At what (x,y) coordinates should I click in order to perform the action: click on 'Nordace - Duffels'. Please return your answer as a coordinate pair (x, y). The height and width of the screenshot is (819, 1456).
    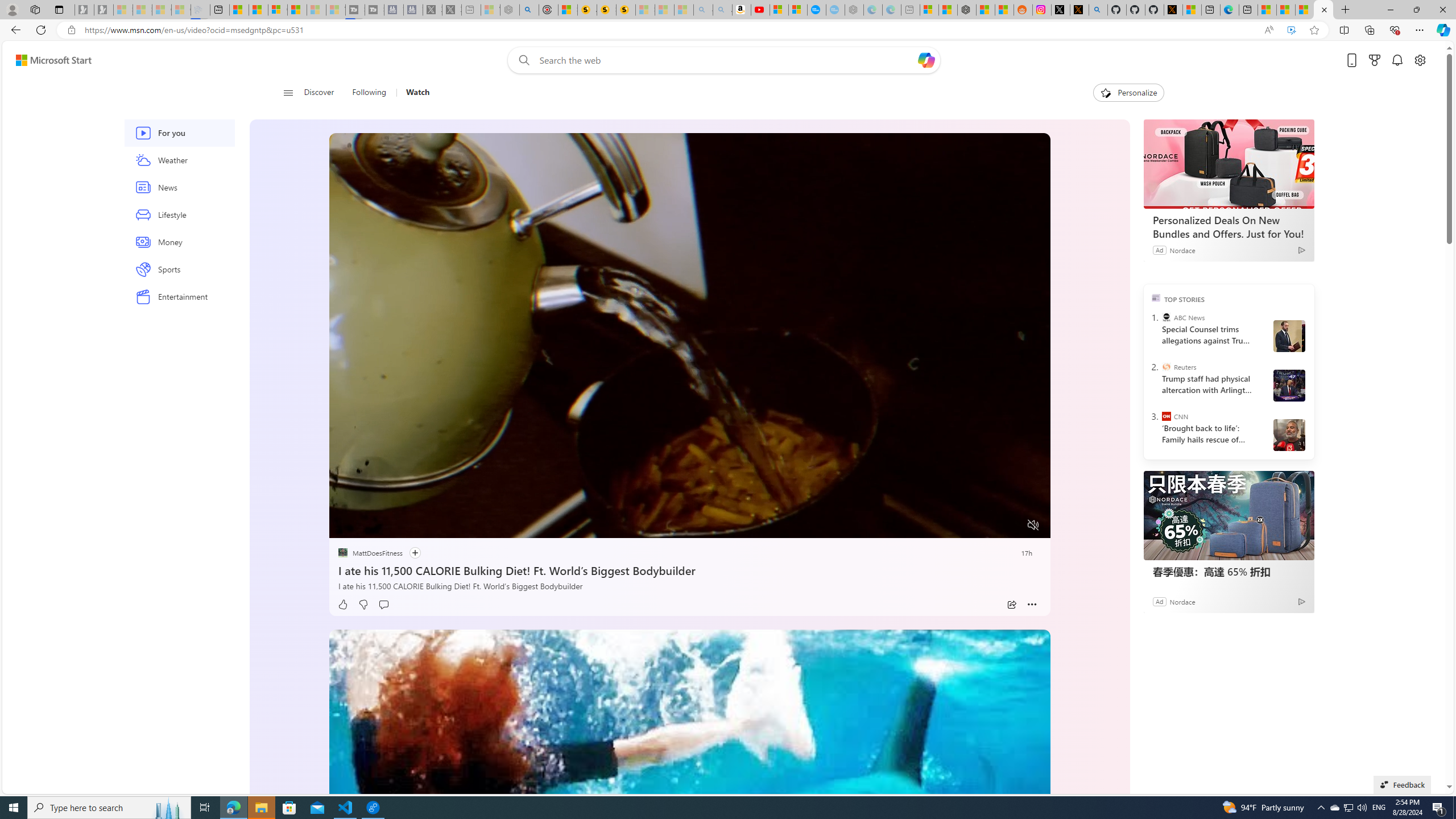
    Looking at the image, I should click on (966, 9).